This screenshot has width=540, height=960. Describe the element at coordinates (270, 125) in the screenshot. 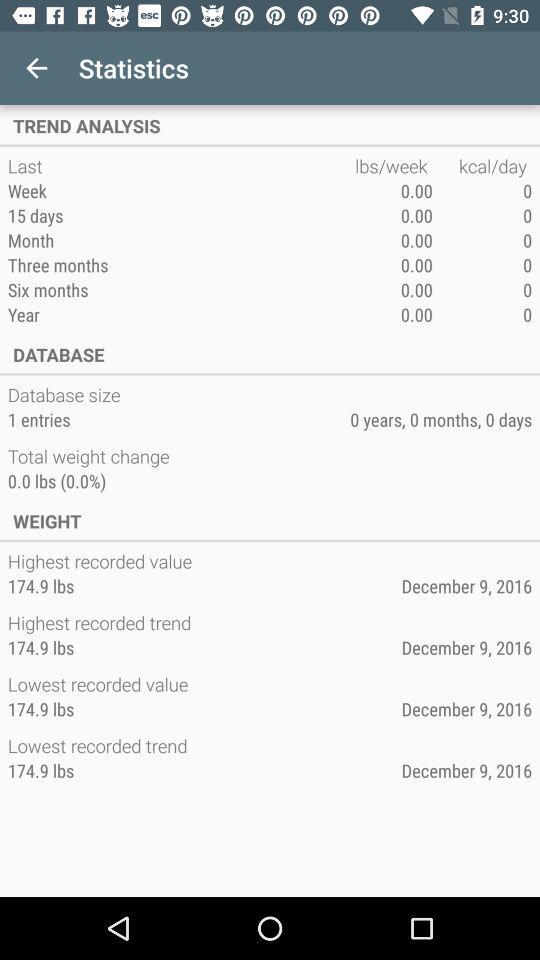

I see `item above the last item` at that location.